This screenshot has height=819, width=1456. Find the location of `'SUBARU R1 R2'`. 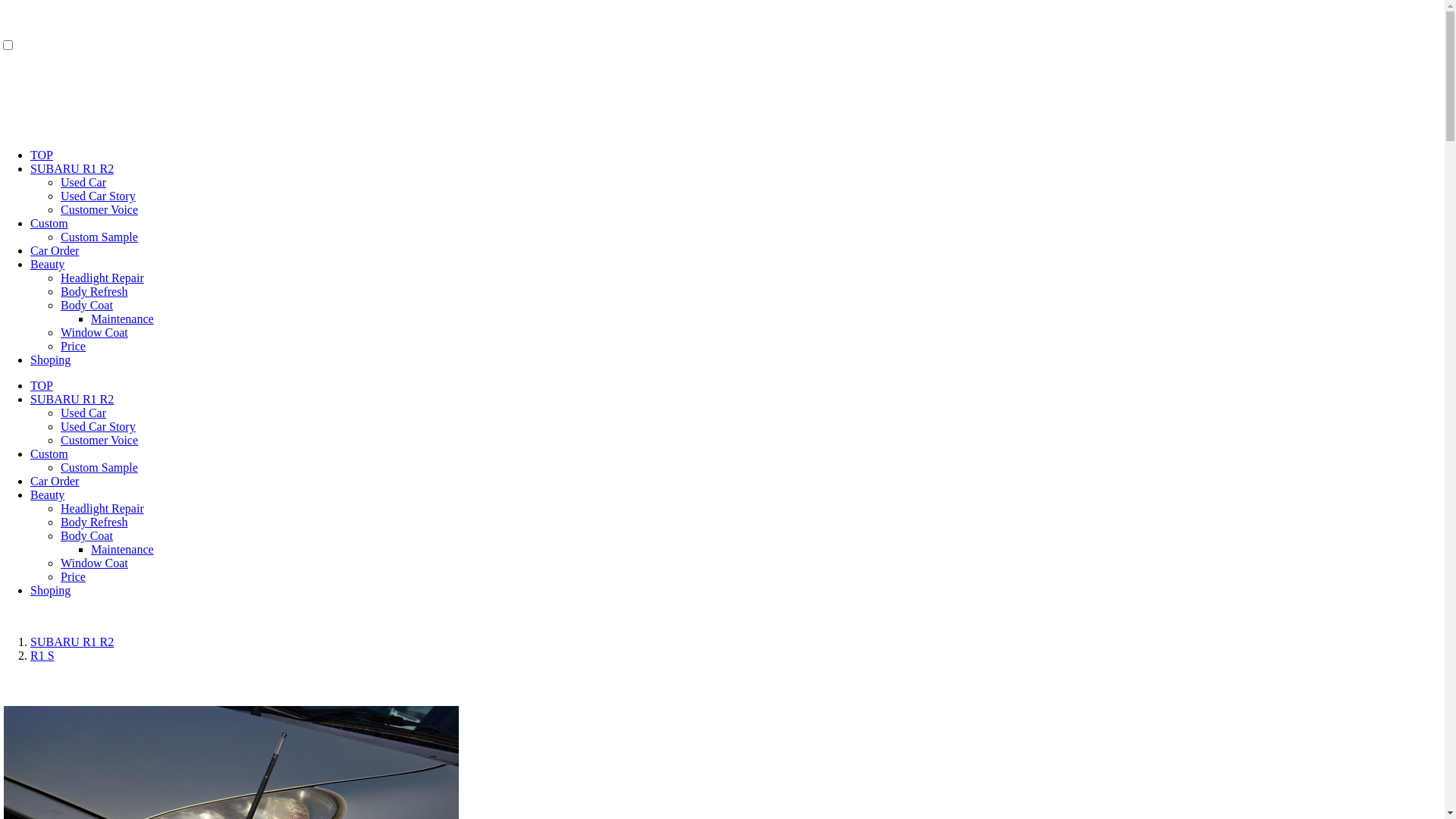

'SUBARU R1 R2' is located at coordinates (30, 168).